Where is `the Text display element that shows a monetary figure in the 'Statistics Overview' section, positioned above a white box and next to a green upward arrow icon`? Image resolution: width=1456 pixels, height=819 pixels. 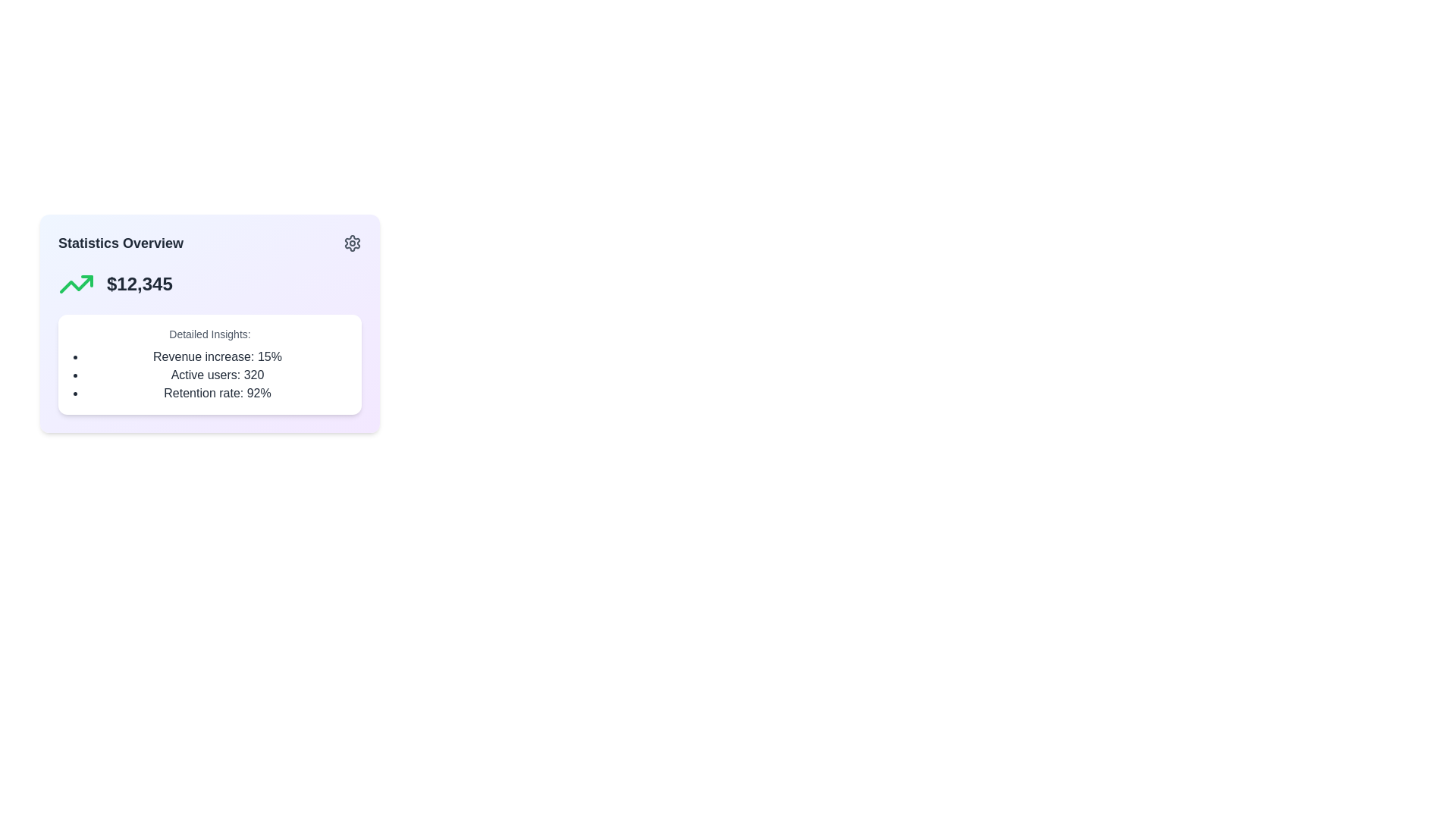
the Text display element that shows a monetary figure in the 'Statistics Overview' section, positioned above a white box and next to a green upward arrow icon is located at coordinates (140, 284).